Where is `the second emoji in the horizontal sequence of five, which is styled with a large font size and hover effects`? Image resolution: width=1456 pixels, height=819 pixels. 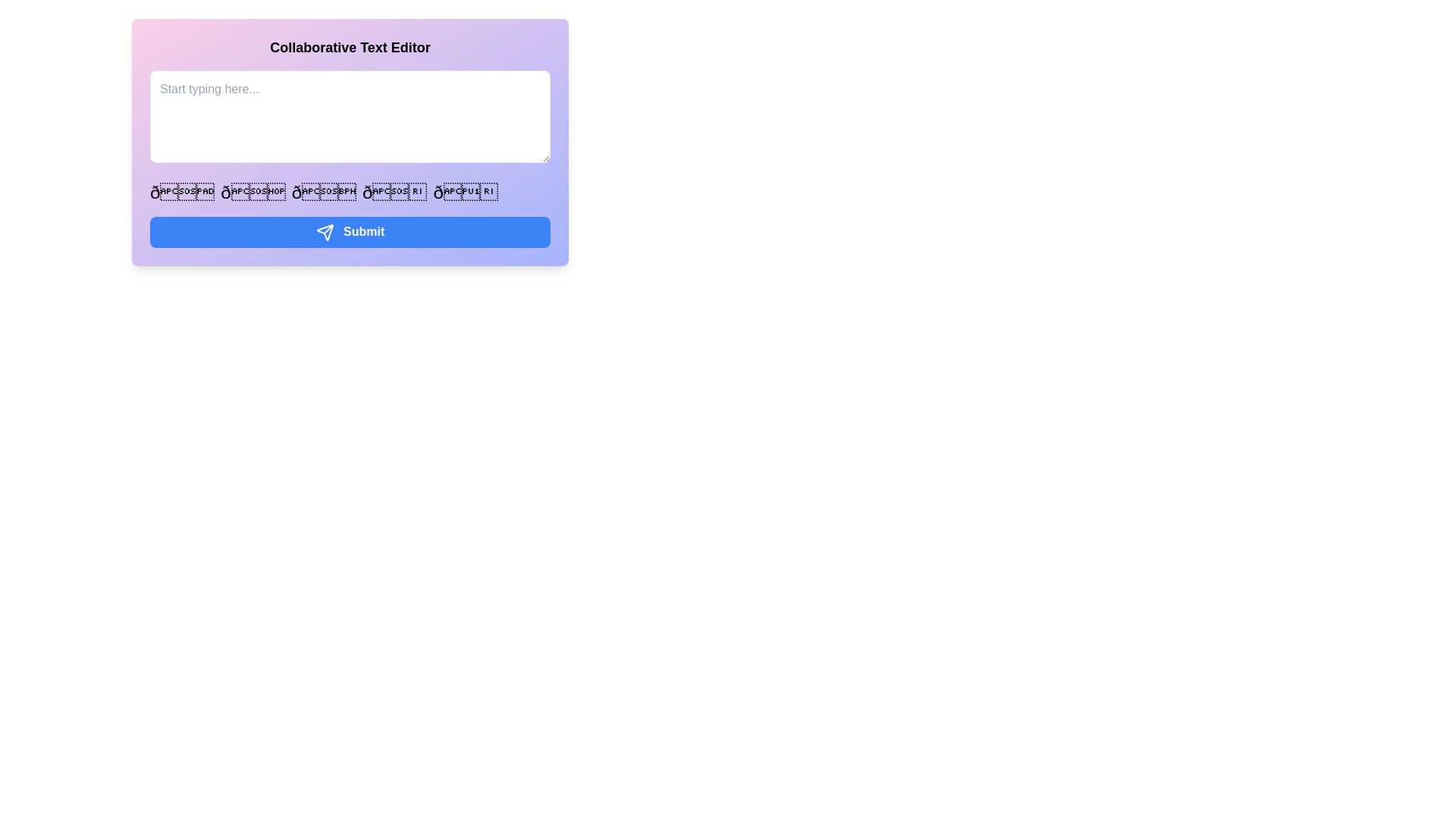 the second emoji in the horizontal sequence of five, which is styled with a large font size and hover effects is located at coordinates (253, 192).